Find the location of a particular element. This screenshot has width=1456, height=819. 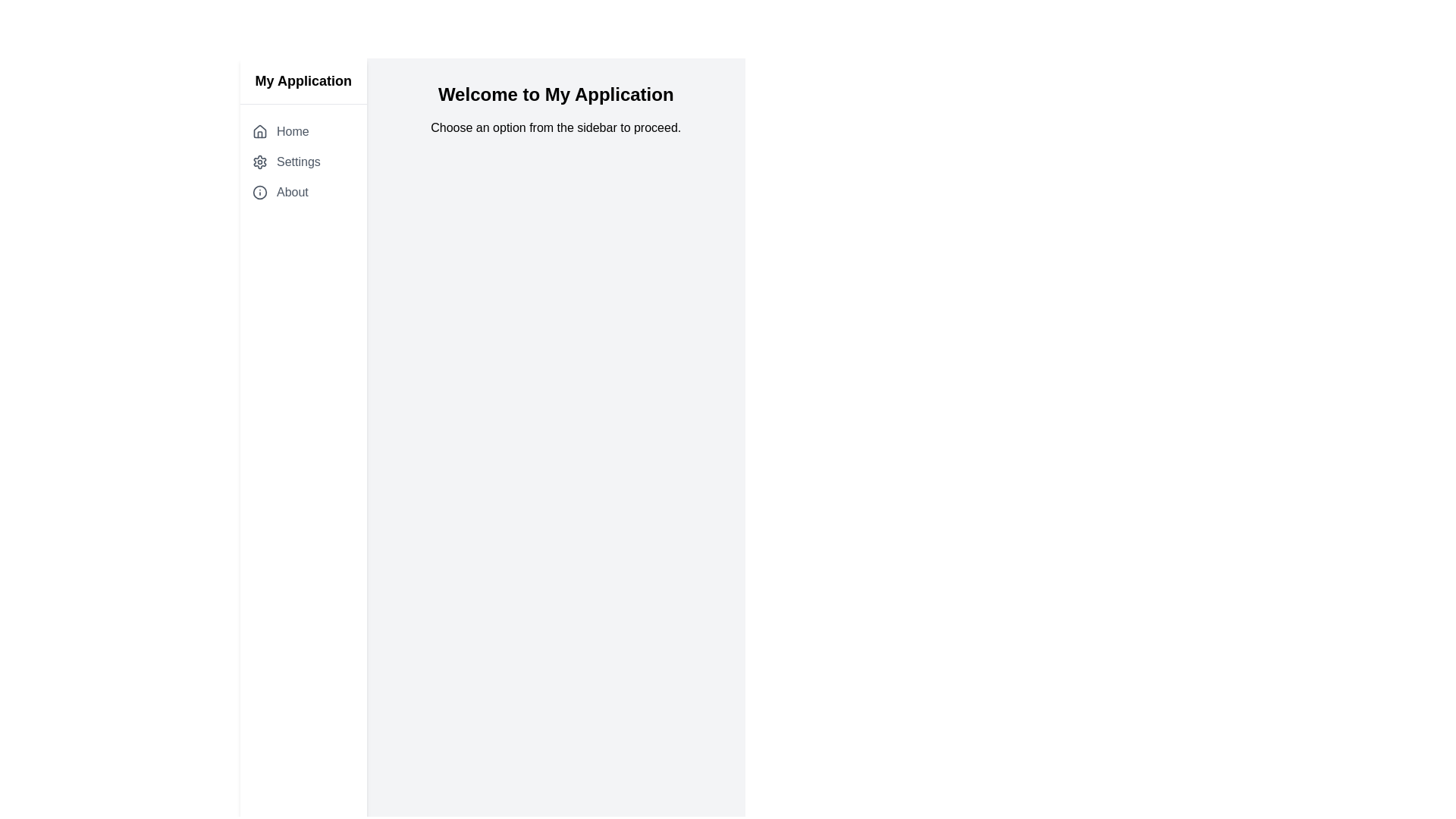

the navigation link located at the top of the vertical list in the sidebar is located at coordinates (303, 130).